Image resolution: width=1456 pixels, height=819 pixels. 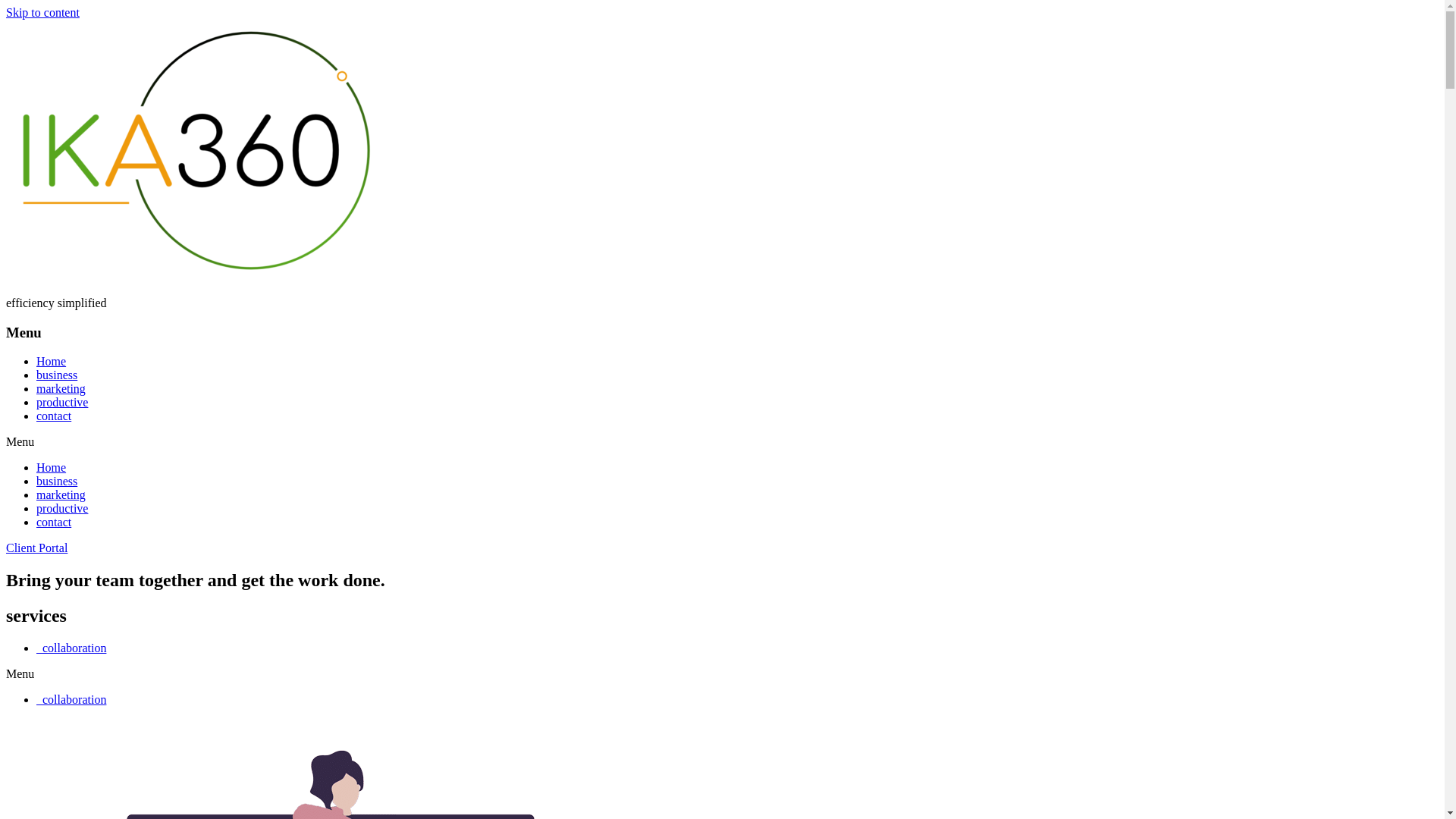 What do you see at coordinates (71, 648) in the screenshot?
I see `'  collaboration'` at bounding box center [71, 648].